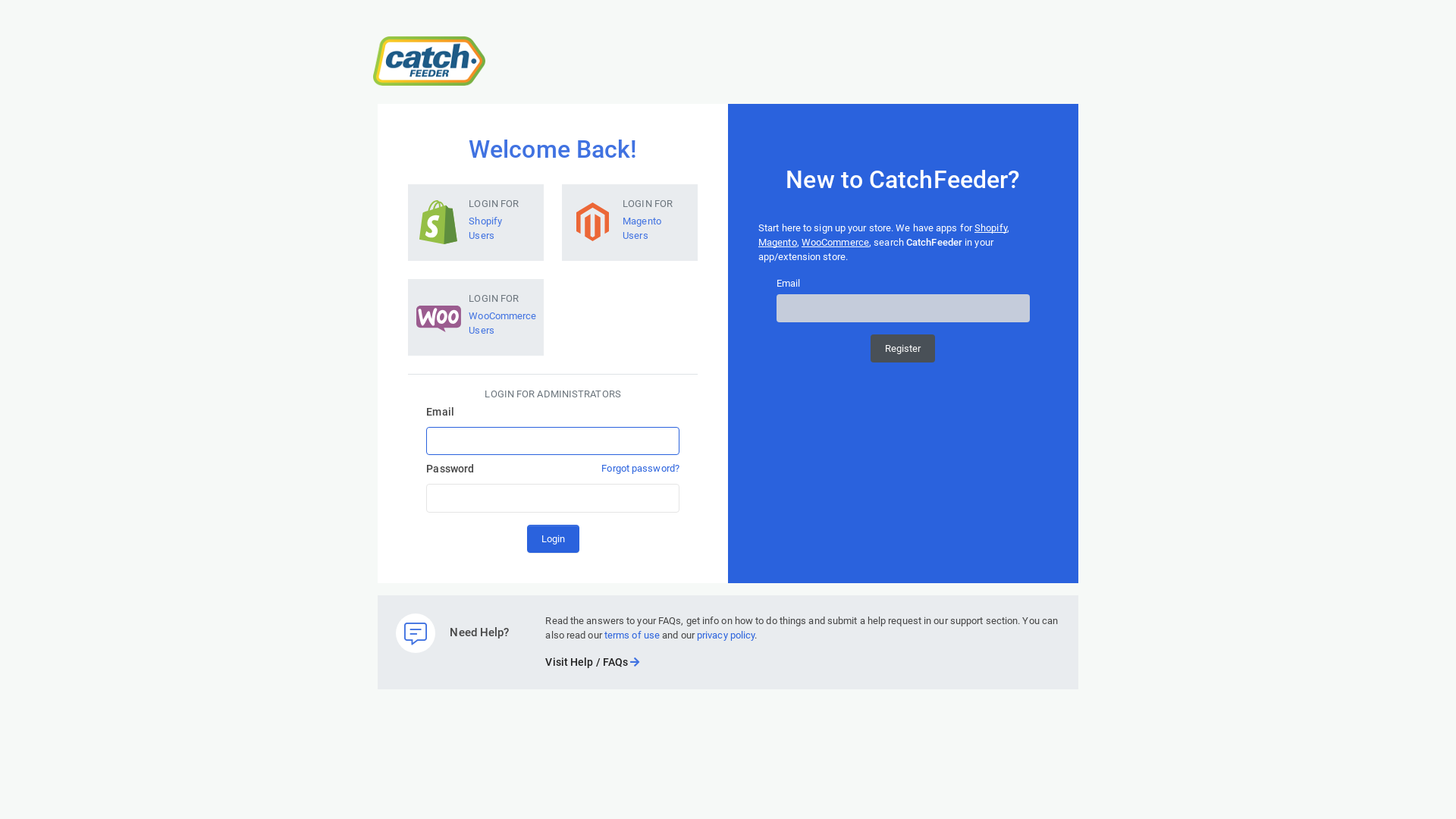  What do you see at coordinates (603, 635) in the screenshot?
I see `'terms of use'` at bounding box center [603, 635].